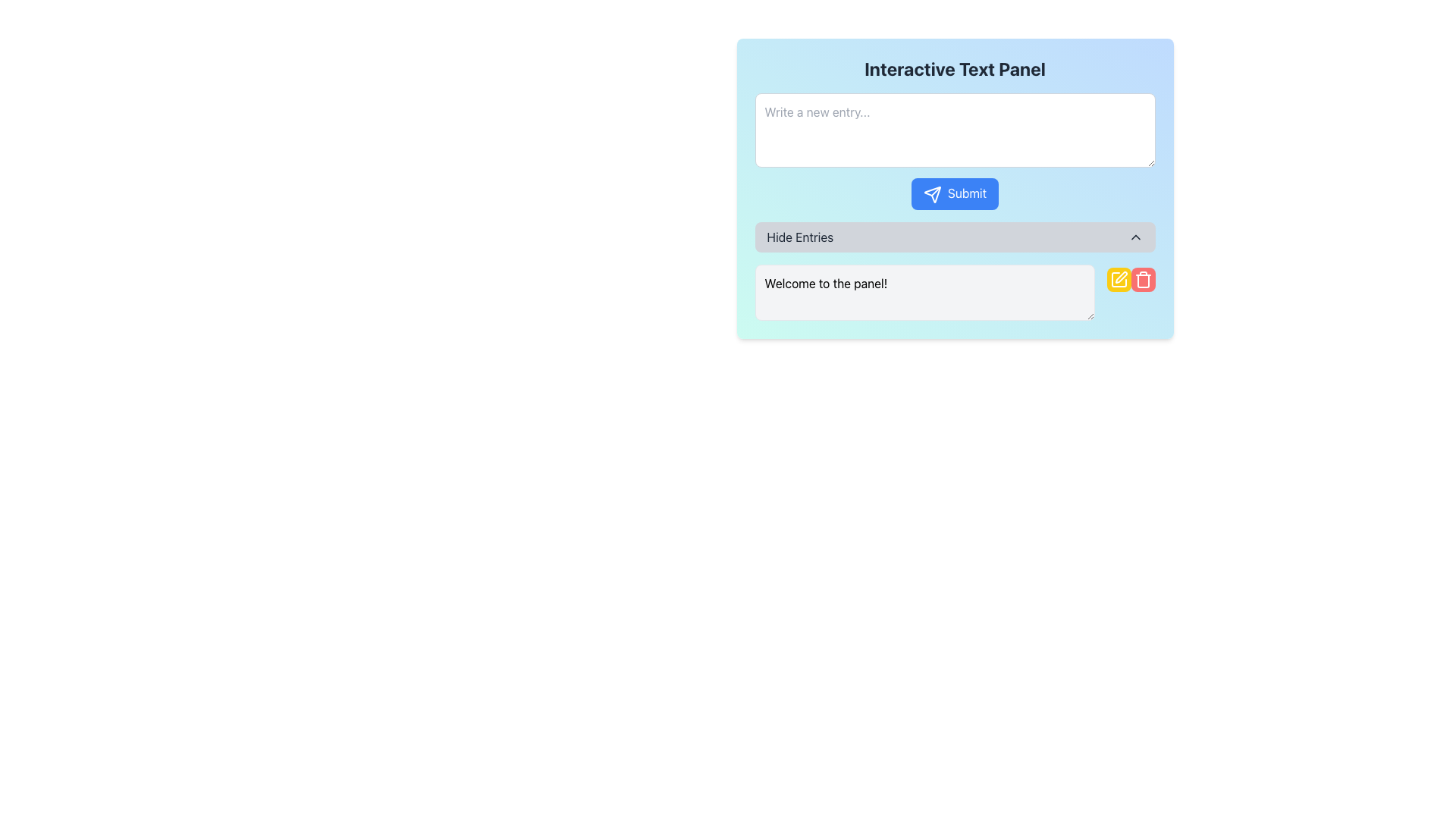 This screenshot has width=1456, height=819. Describe the element at coordinates (1143, 279) in the screenshot. I see `the delete icon button located at the bottom right of the panel, adjacent to the yellow pencil icon, within the red circular area` at that location.